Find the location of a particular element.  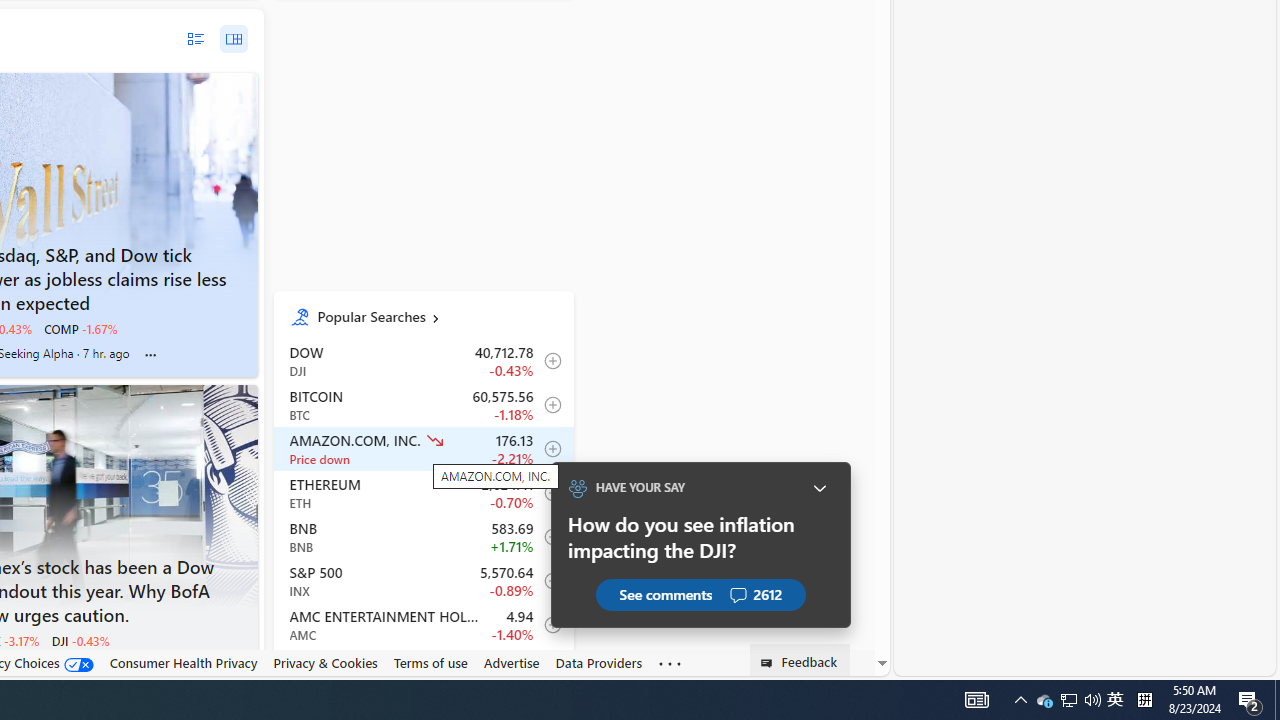

'Consumer Health Privacy' is located at coordinates (183, 663).